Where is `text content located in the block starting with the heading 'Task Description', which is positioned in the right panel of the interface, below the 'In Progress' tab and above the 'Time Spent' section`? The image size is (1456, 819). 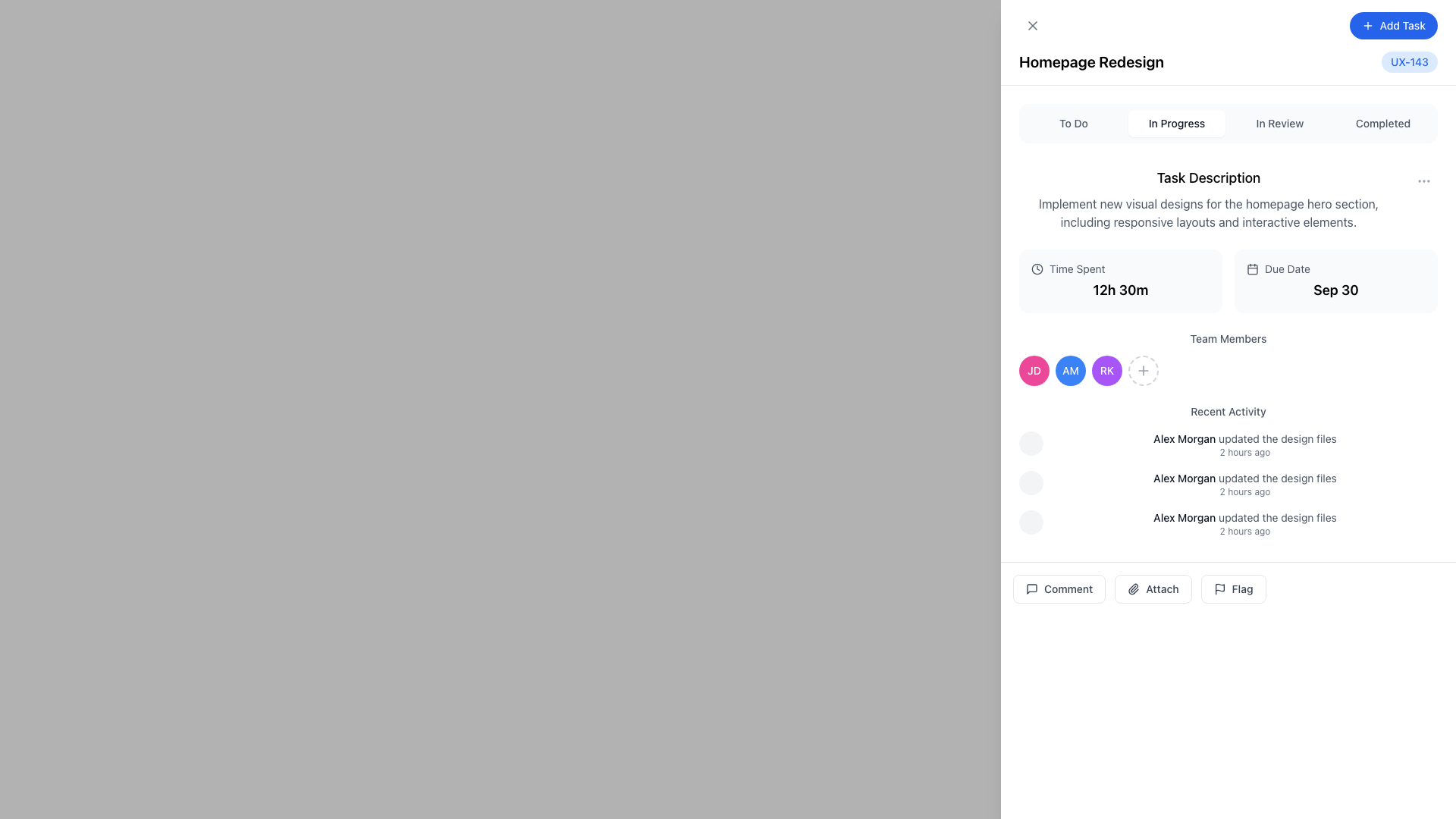
text content located in the block starting with the heading 'Task Description', which is positioned in the right panel of the interface, below the 'In Progress' tab and above the 'Time Spent' section is located at coordinates (1207, 198).